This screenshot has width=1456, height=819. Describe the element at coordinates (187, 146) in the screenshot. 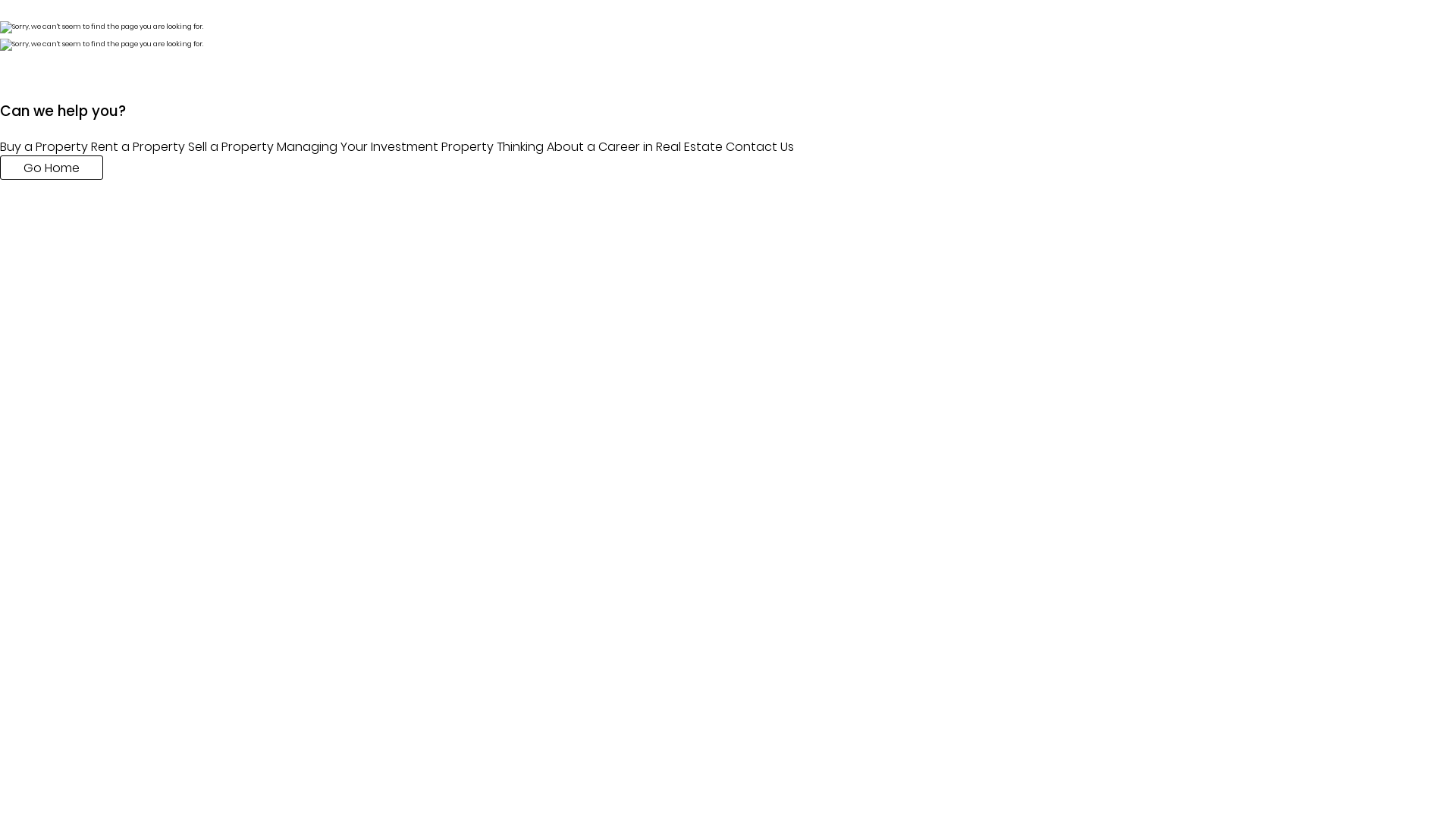

I see `'Sell a Property'` at that location.